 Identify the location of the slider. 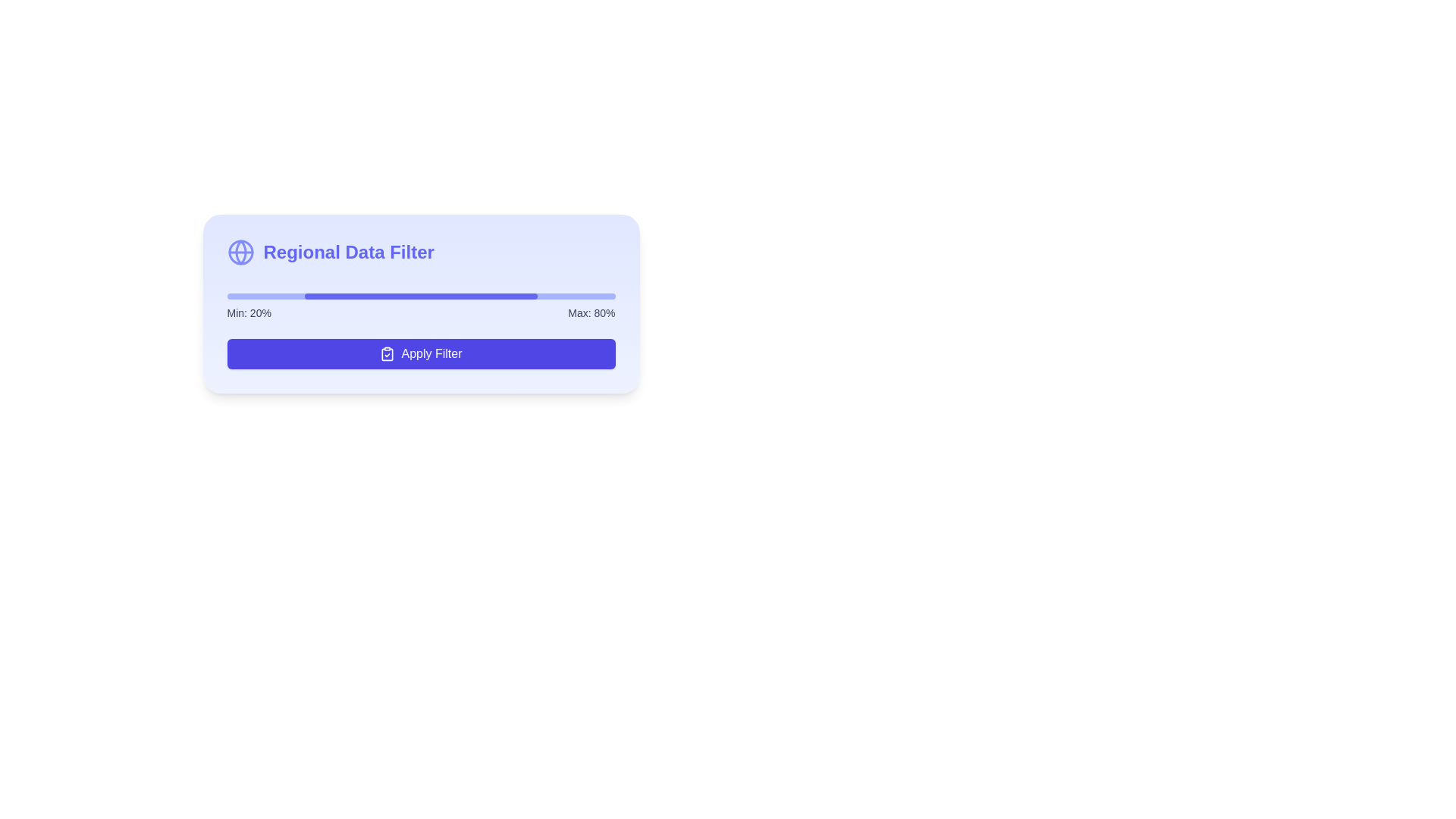
(444, 293).